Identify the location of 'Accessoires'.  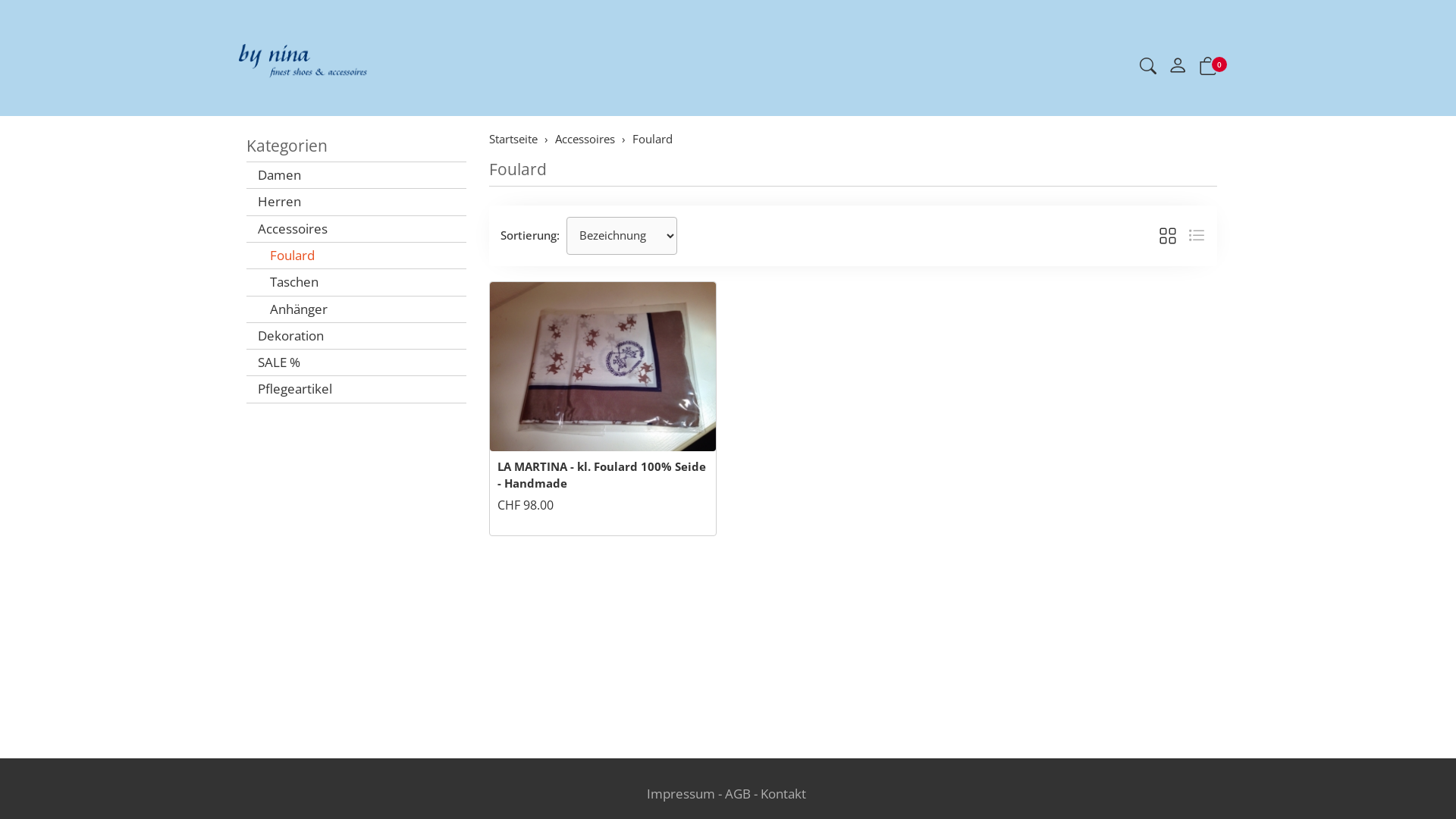
(356, 228).